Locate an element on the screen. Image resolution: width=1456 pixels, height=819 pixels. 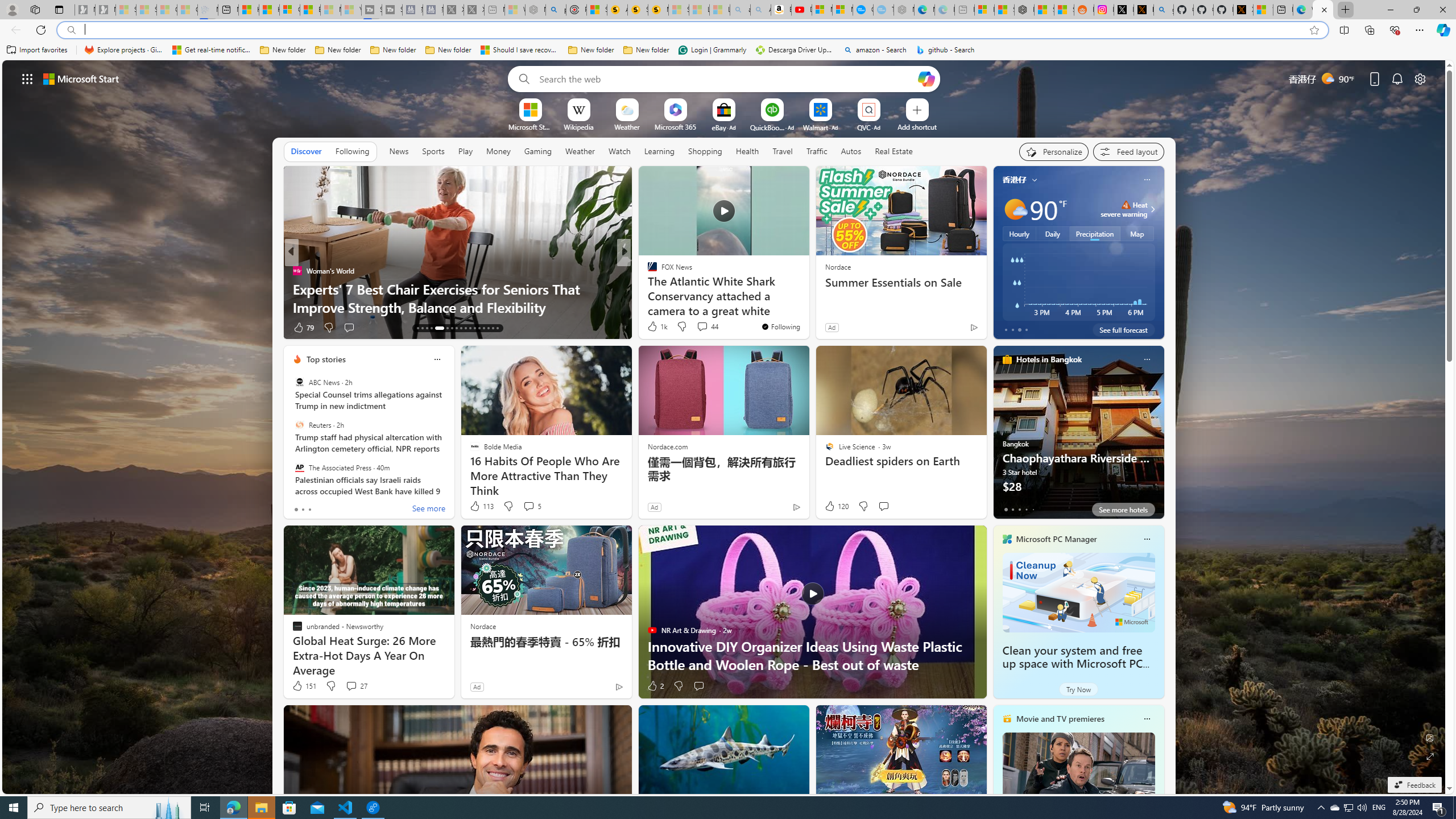
'AutomationID: tab-15' is located at coordinates (427, 328).